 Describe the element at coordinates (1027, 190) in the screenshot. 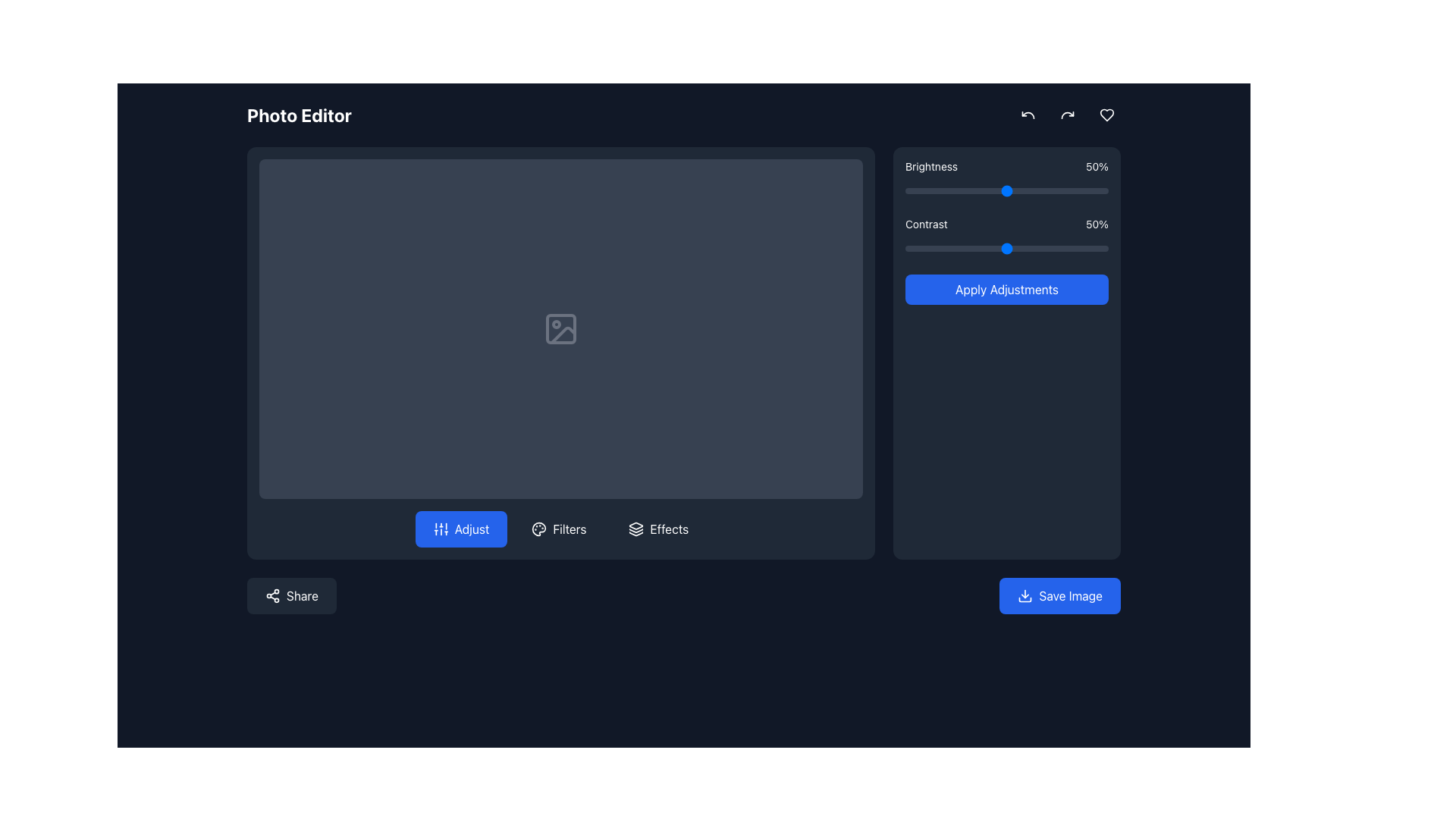

I see `brightness` at that location.